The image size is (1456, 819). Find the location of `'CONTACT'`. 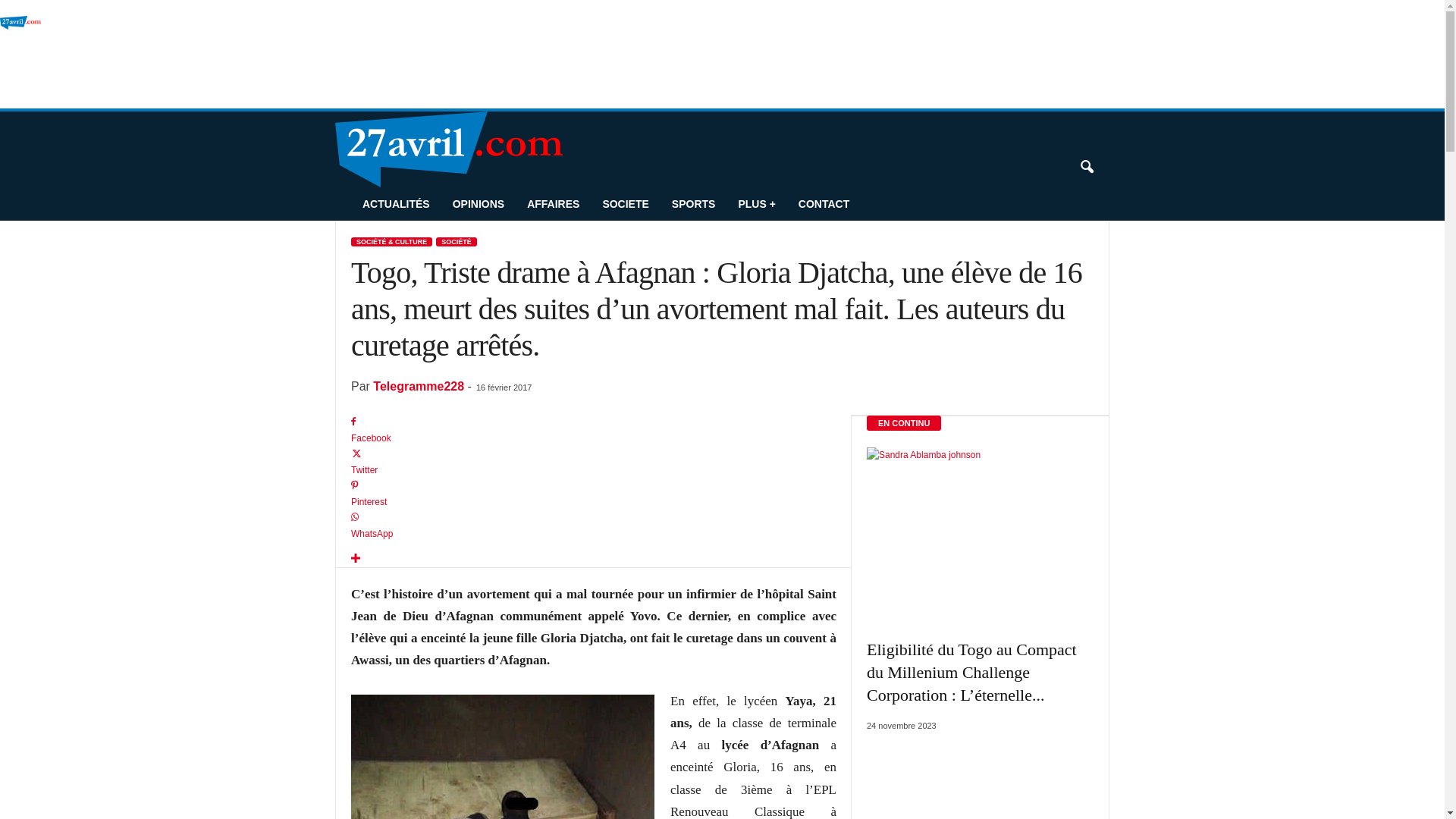

'CONTACT' is located at coordinates (823, 203).